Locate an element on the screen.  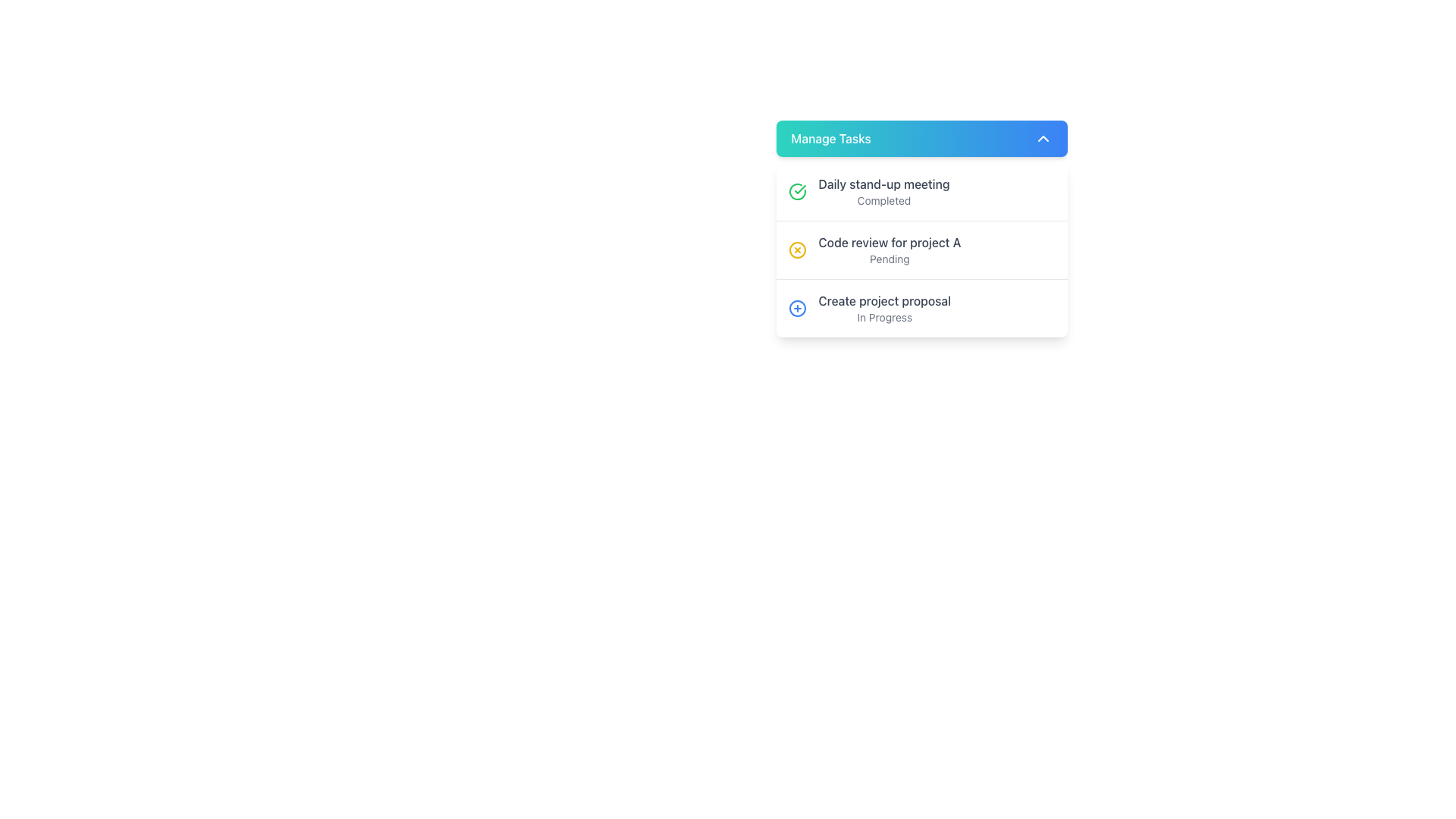
the text label displaying 'Daily stand-up meeting', which is styled with medium font weight and gray color, located within the task management panel, above the 'Completed' status is located at coordinates (884, 184).